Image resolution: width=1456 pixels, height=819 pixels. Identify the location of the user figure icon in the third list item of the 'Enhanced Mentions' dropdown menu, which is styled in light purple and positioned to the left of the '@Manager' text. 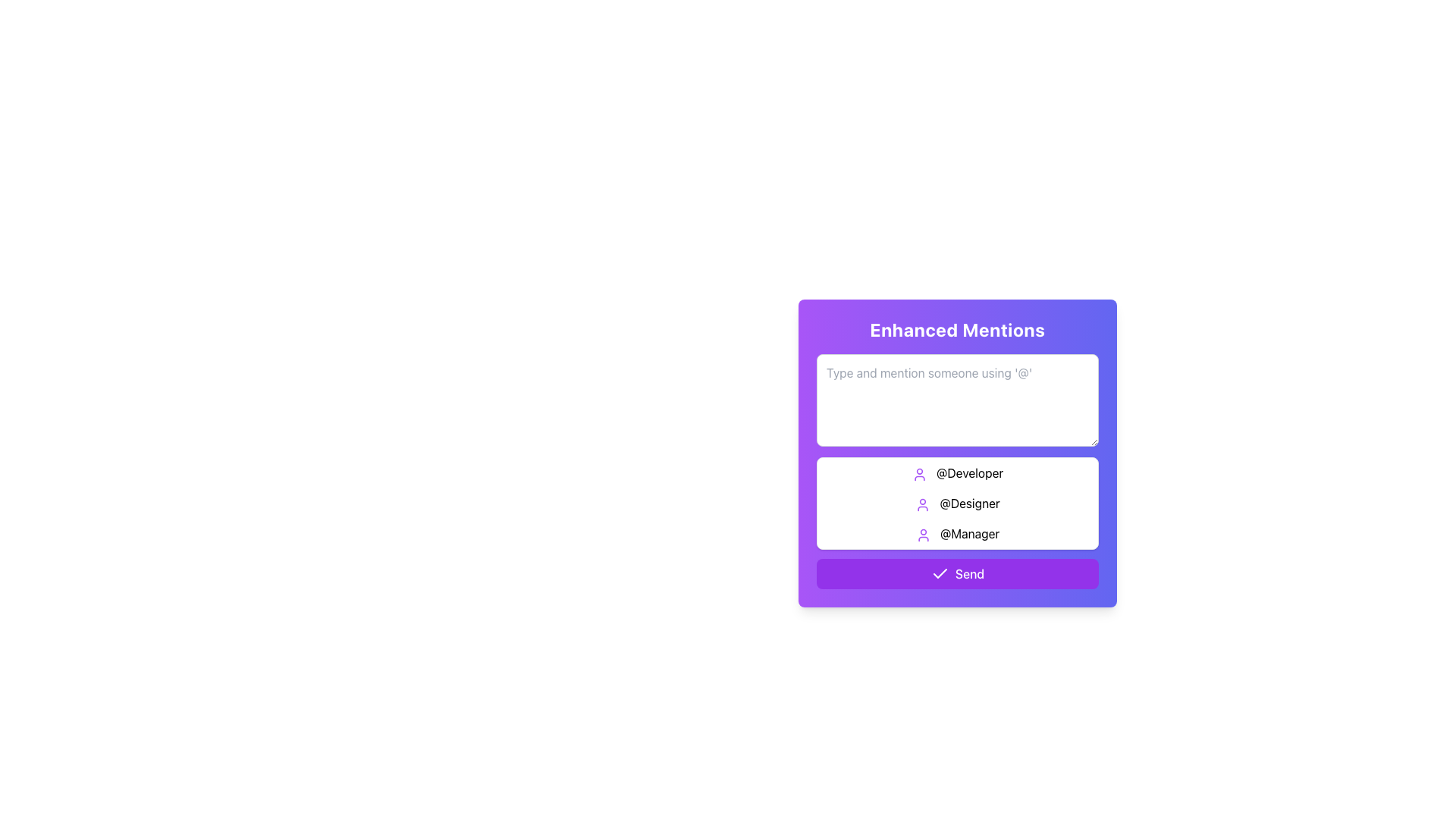
(922, 534).